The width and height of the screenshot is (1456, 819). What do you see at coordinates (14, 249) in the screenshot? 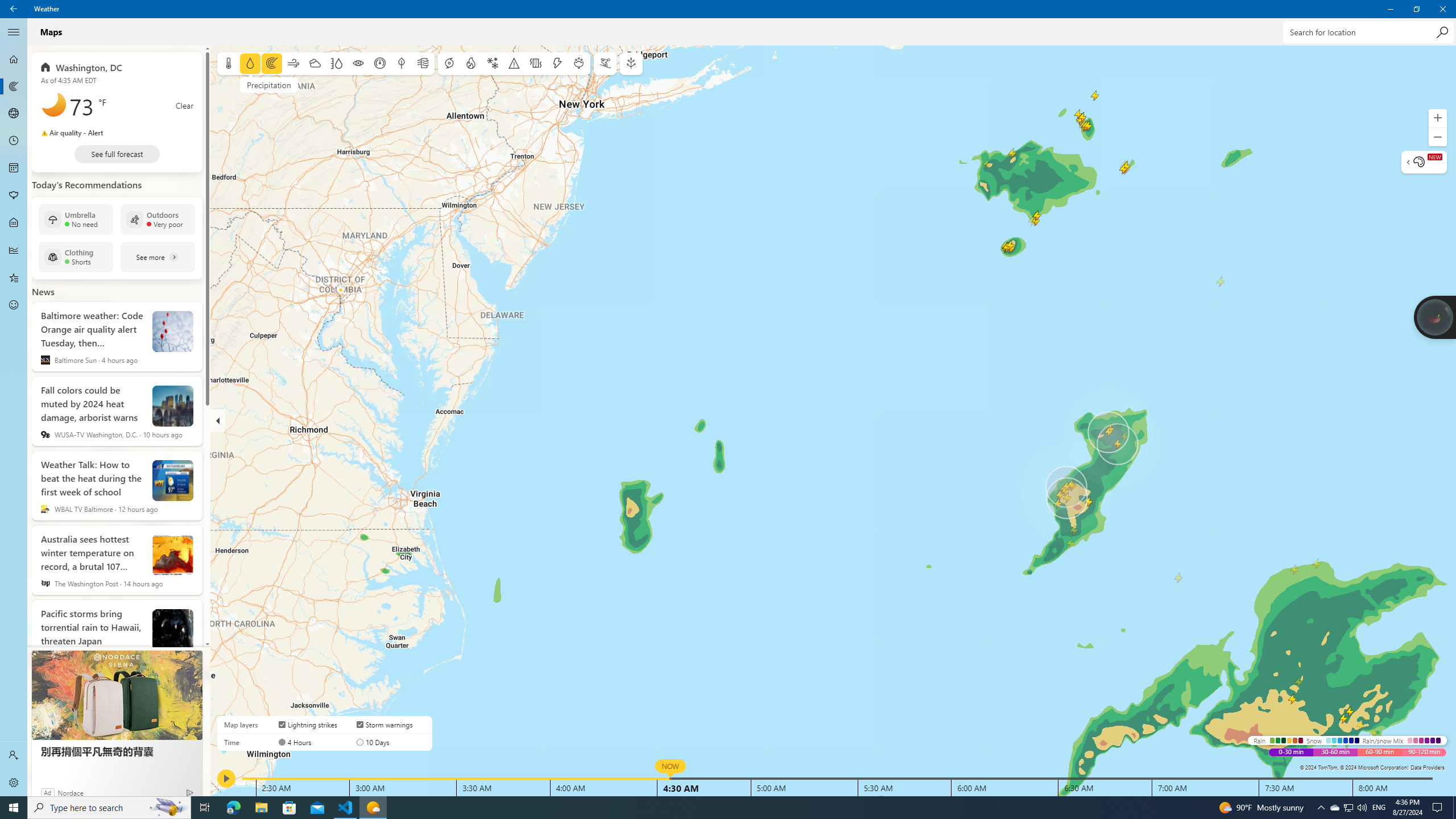
I see `'Historical Weather - Not Selected'` at bounding box center [14, 249].